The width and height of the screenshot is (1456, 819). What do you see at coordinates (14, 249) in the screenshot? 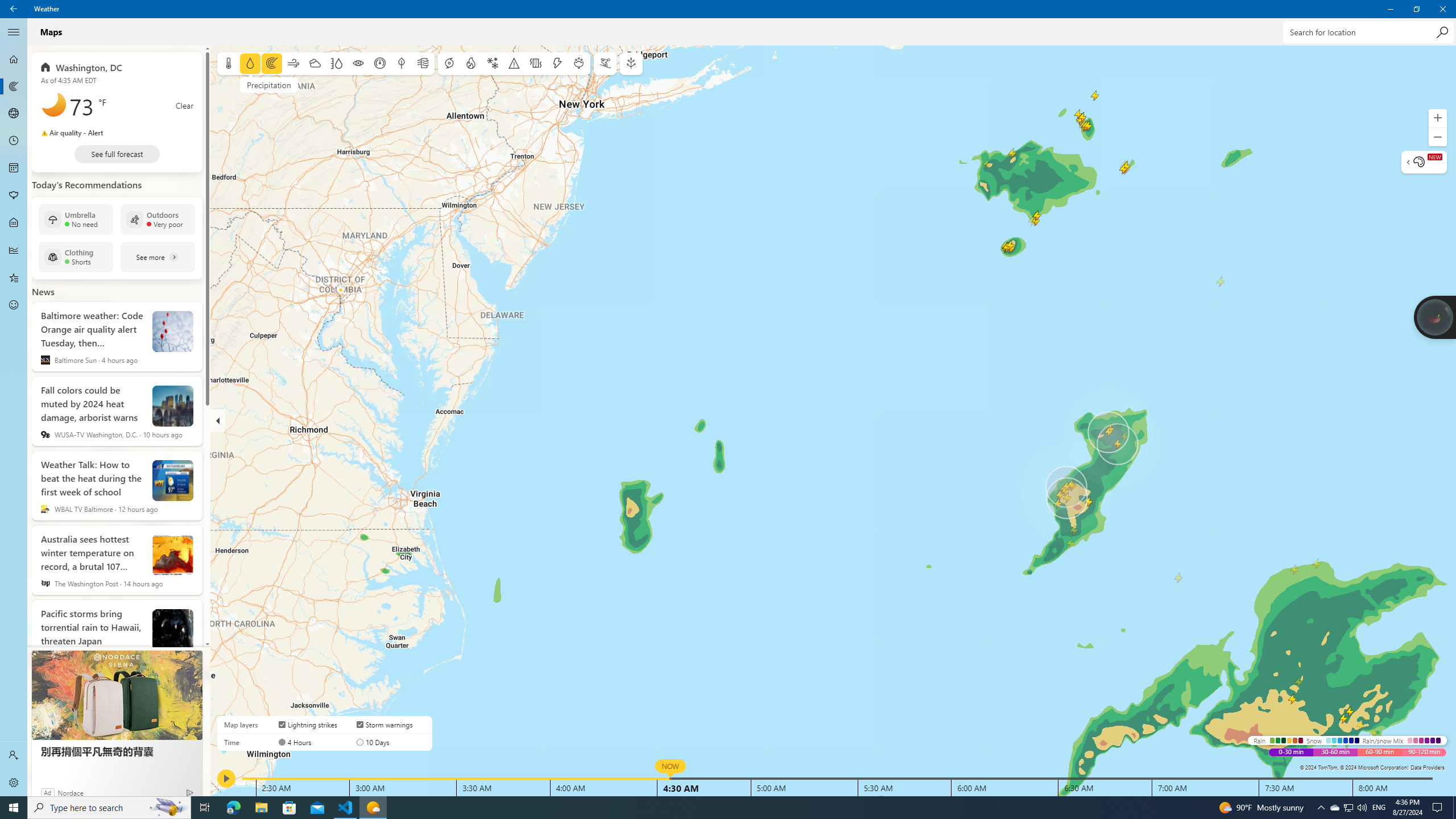
I see `'Historical Weather - Not Selected'` at bounding box center [14, 249].